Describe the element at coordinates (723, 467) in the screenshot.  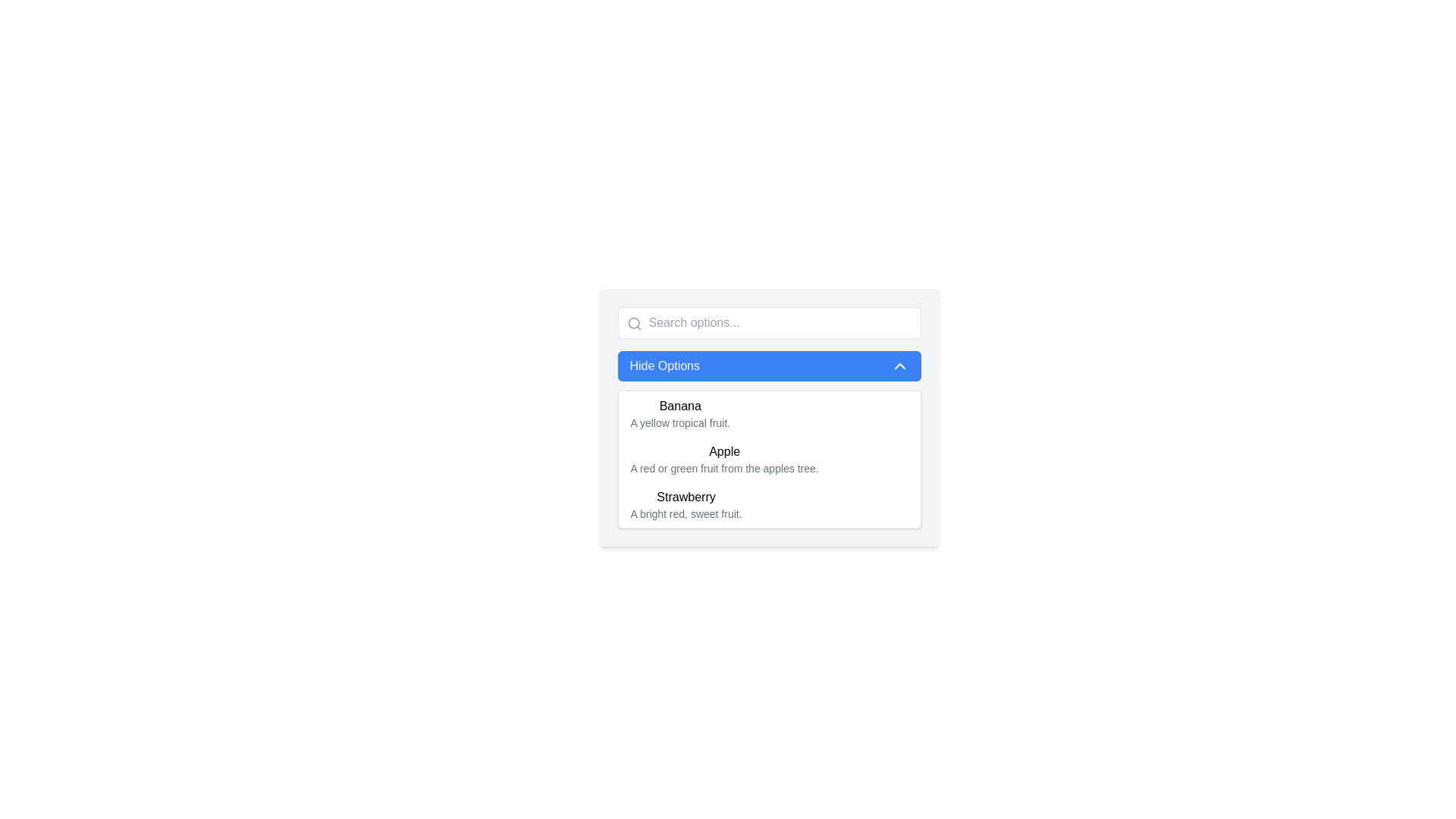
I see `descriptive text located directly beneath the 'Apple' title in the dropdown list, which provides additional contextual information about 'Apple' as a selectable option` at that location.